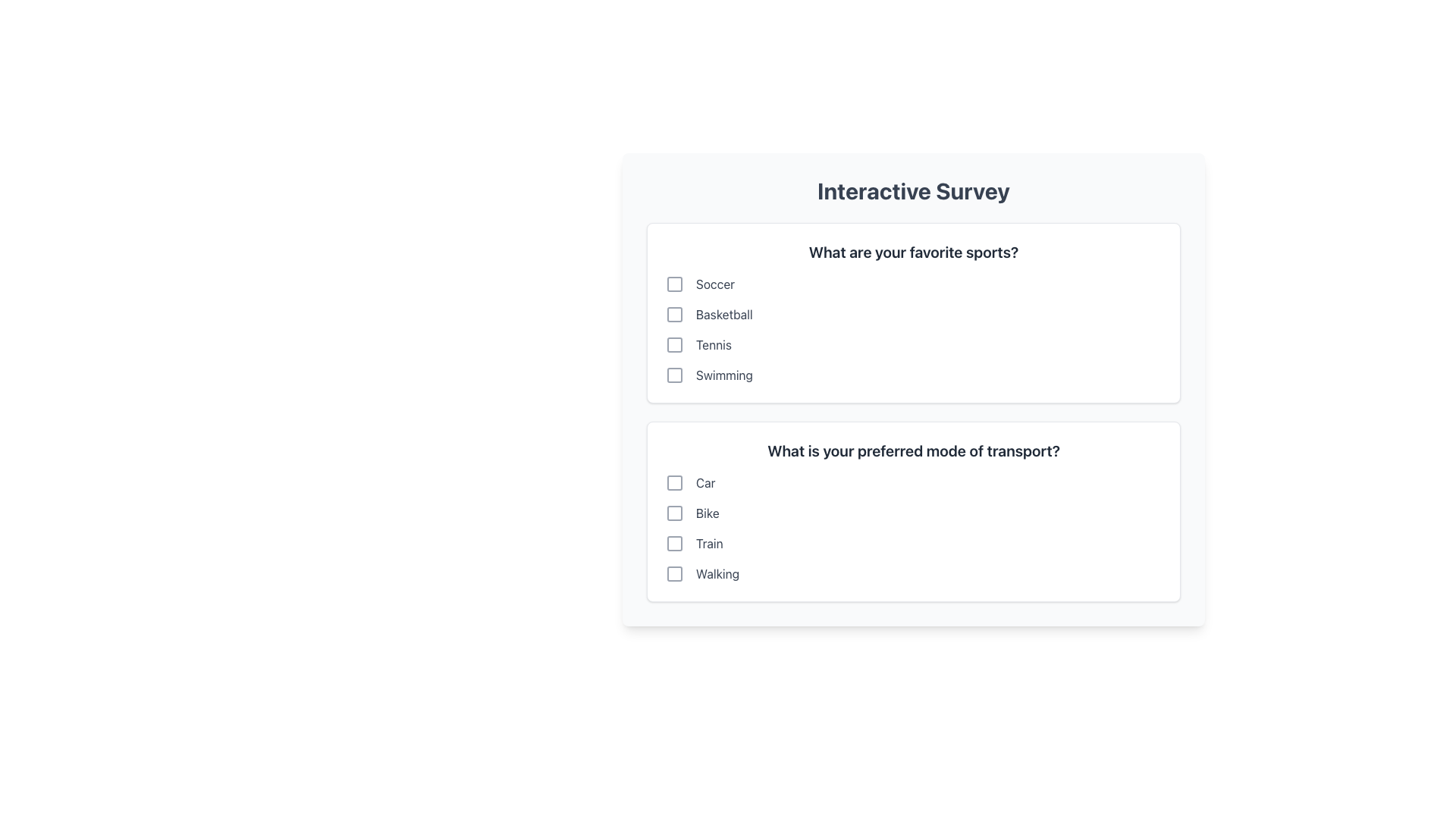 The height and width of the screenshot is (819, 1456). What do you see at coordinates (673, 573) in the screenshot?
I see `the checkbox labeled 'Walking', which is the first element` at bounding box center [673, 573].